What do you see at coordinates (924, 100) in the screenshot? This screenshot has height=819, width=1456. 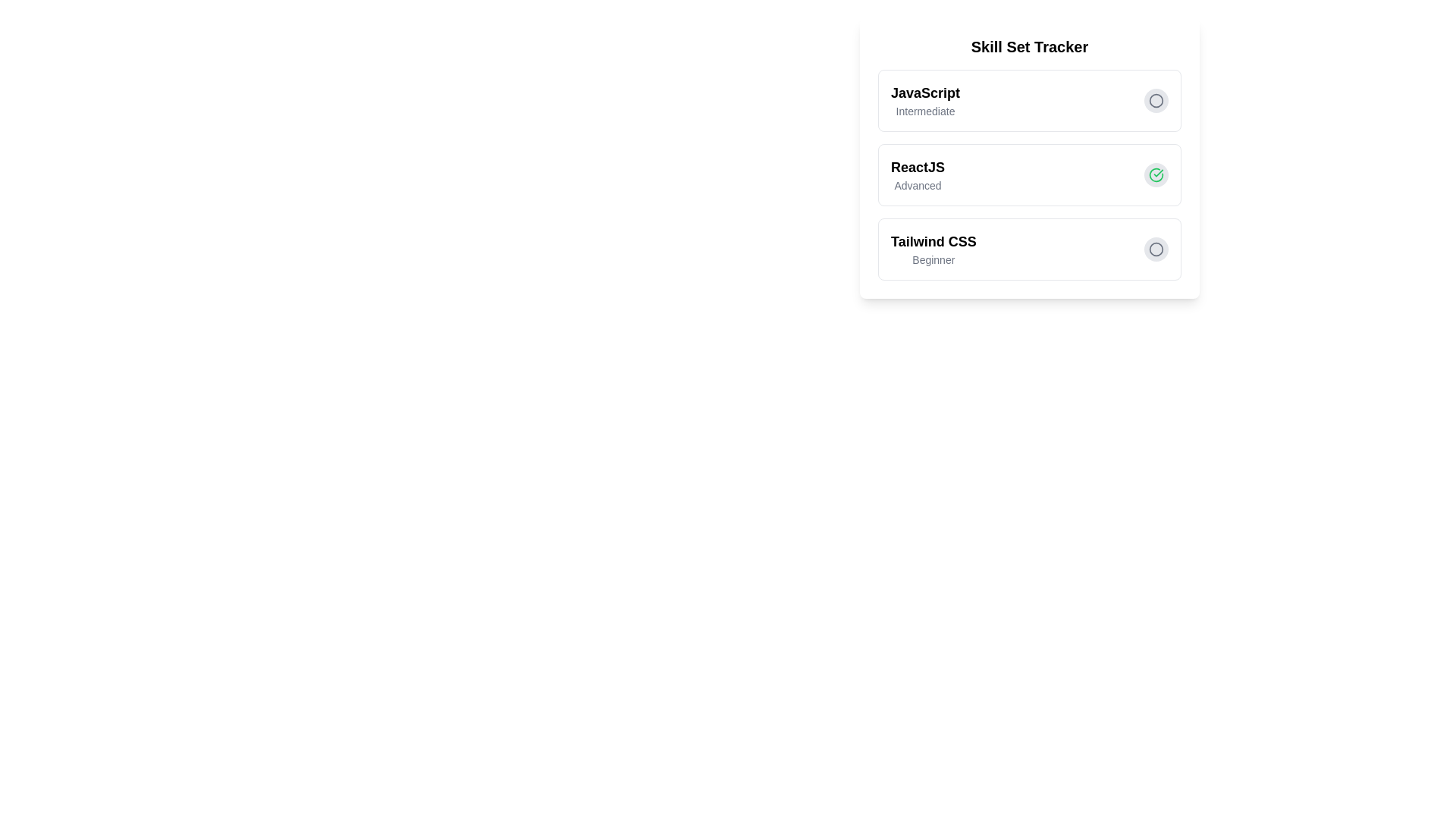 I see `the 'JavaScript' text label displaying proficiency level 'Intermediate' in the 'Skill Set Tracker'` at bounding box center [924, 100].